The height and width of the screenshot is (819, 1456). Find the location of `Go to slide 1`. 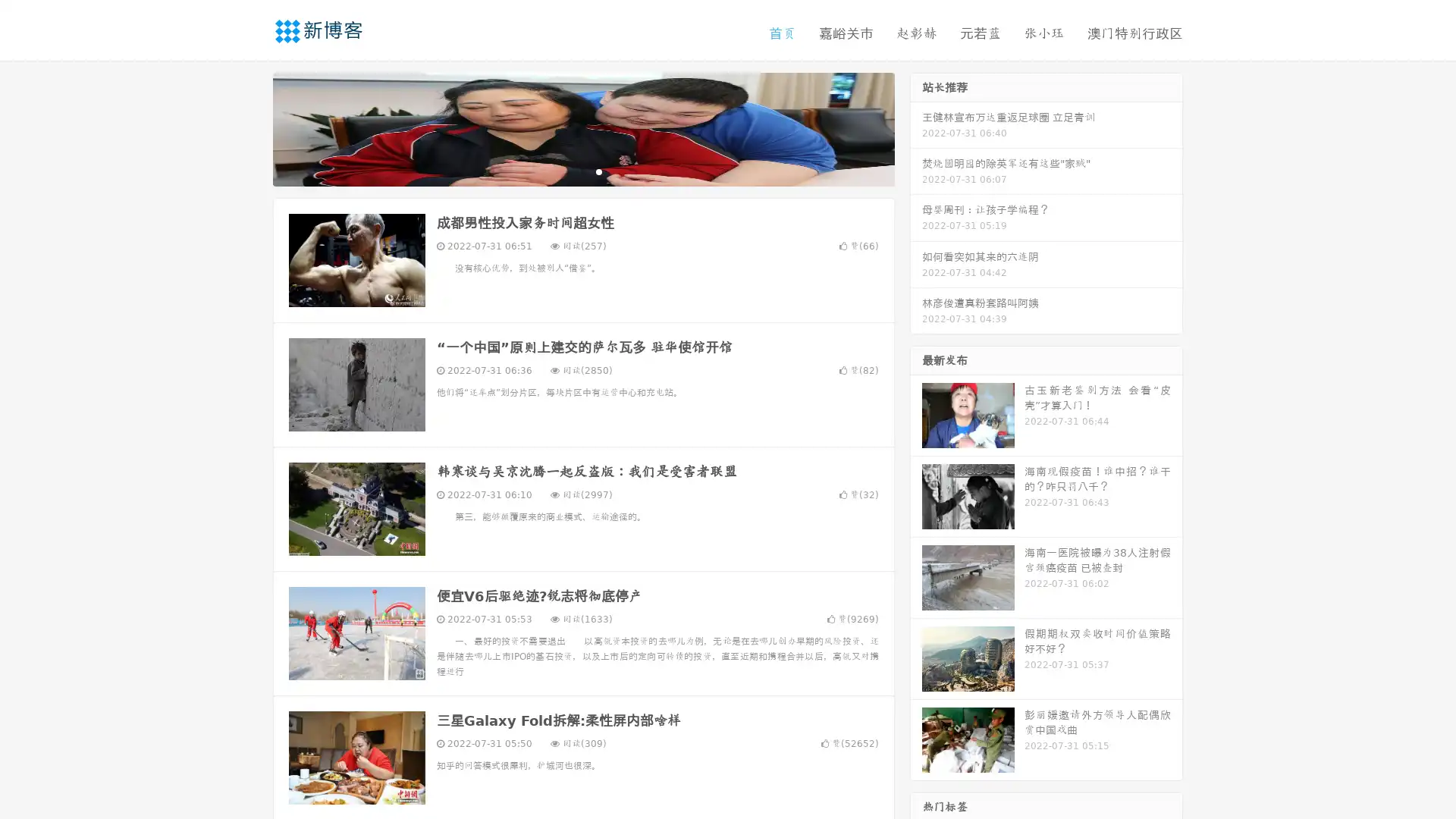

Go to slide 1 is located at coordinates (567, 171).